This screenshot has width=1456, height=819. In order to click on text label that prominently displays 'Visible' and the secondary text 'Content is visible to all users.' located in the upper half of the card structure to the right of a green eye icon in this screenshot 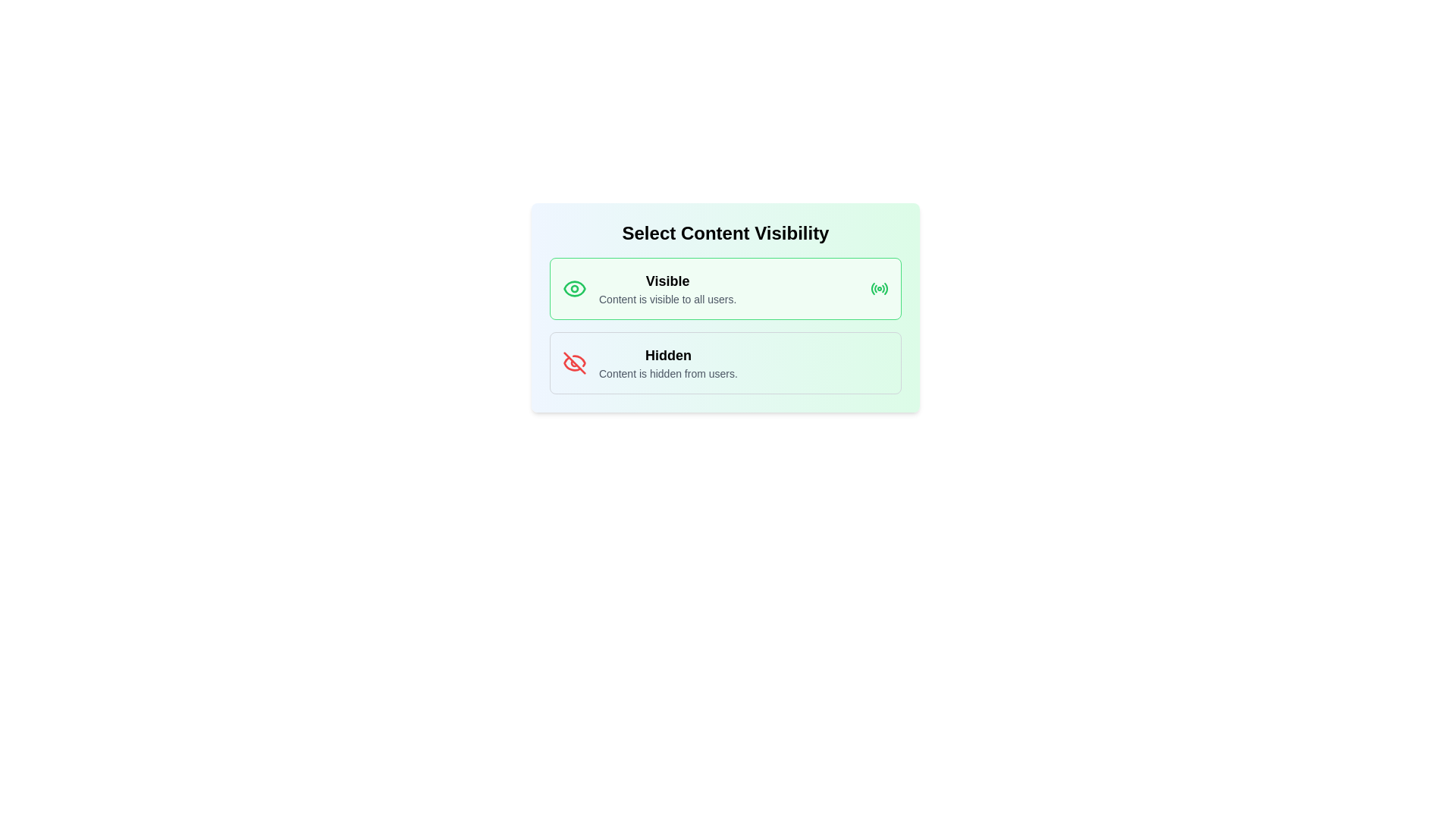, I will do `click(667, 289)`.